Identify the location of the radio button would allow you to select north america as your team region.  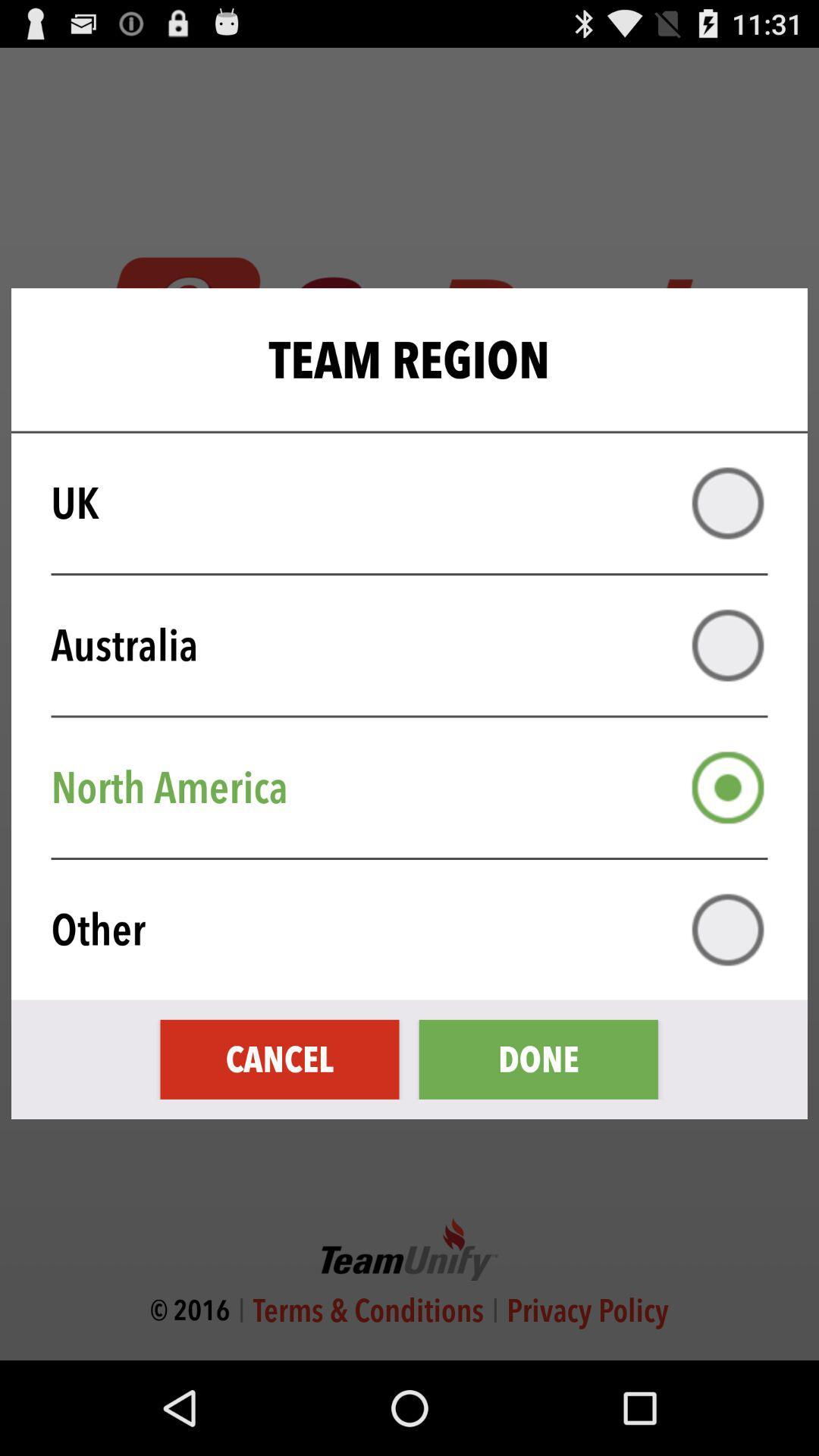
(727, 787).